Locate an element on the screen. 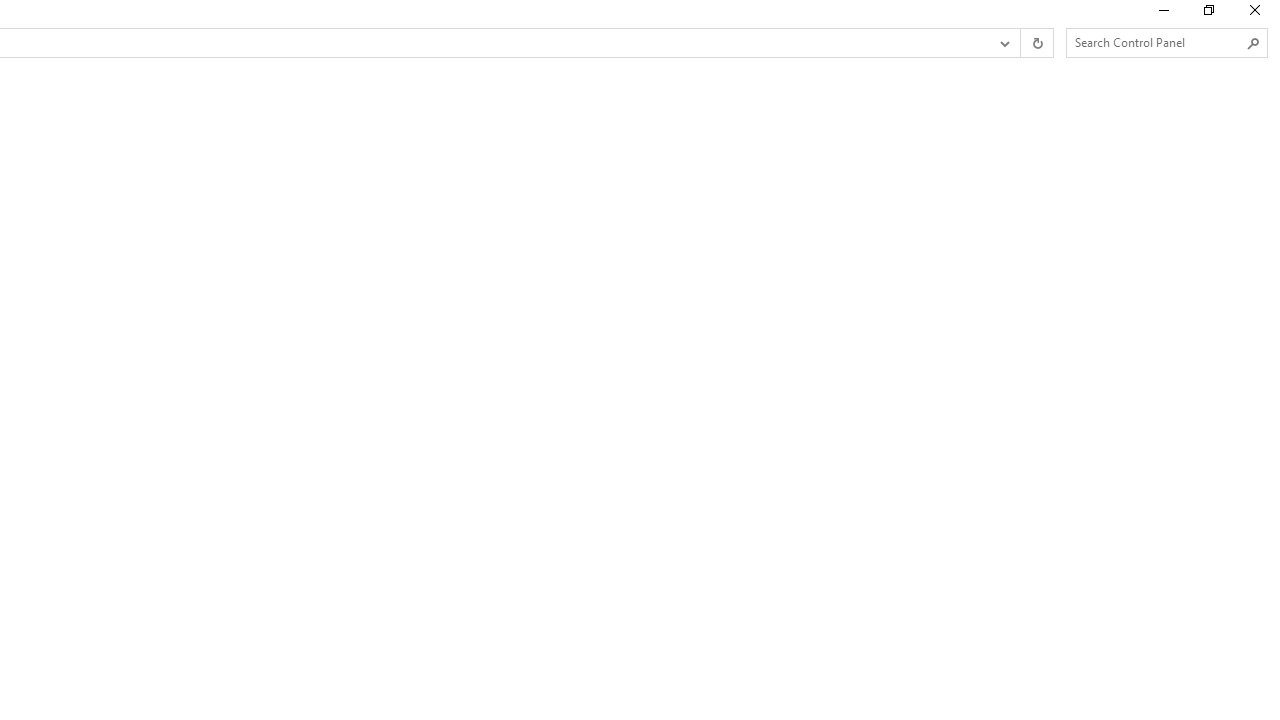 This screenshot has width=1280, height=720. 'Refresh "Appearance and Personalization" (F5)' is located at coordinates (1036, 43).